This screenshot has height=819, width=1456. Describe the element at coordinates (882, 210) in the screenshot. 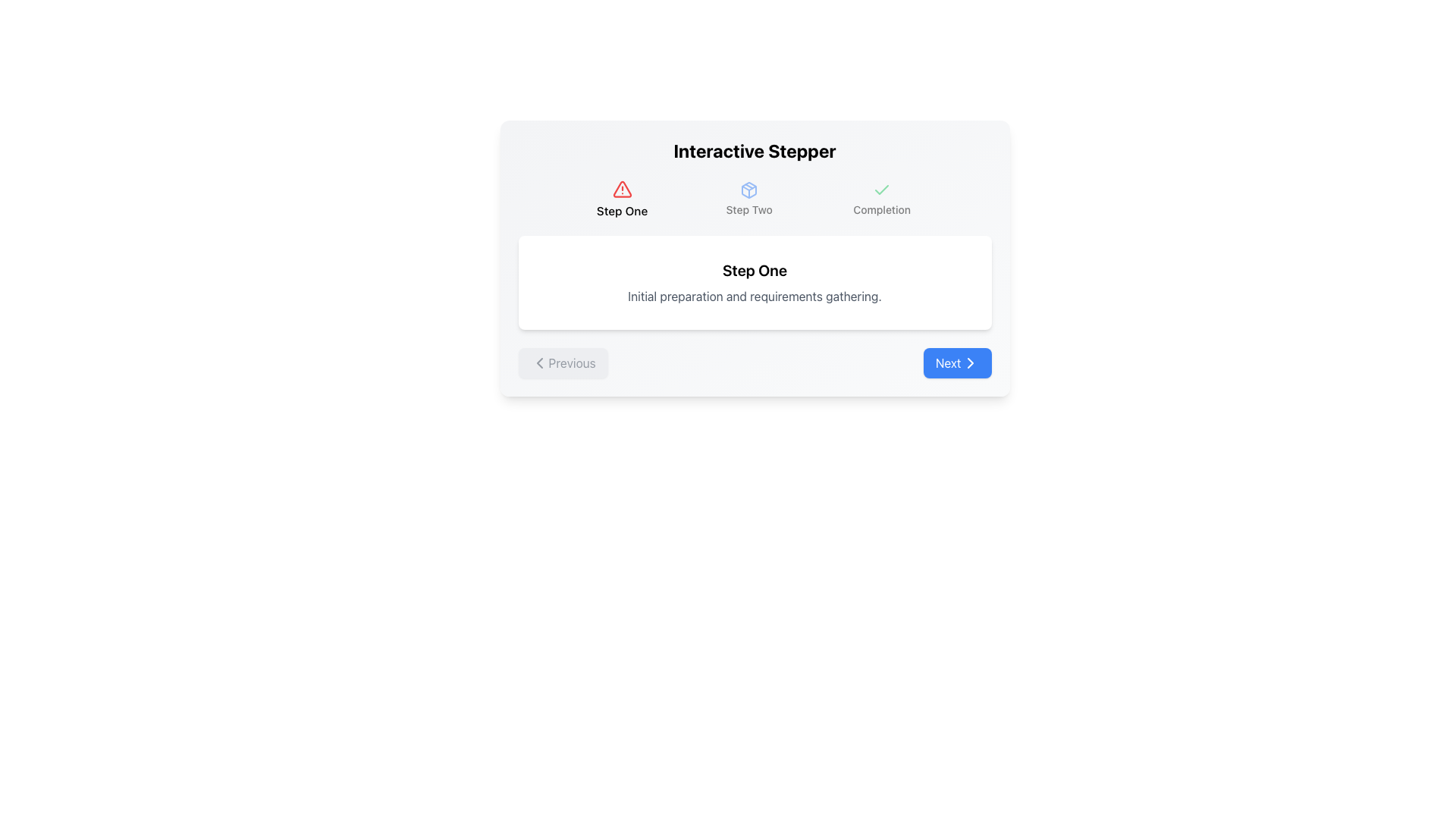

I see `the 'Completion' text label in the stepper interface, which indicates the title of the last step and is located under a checkmark icon` at that location.